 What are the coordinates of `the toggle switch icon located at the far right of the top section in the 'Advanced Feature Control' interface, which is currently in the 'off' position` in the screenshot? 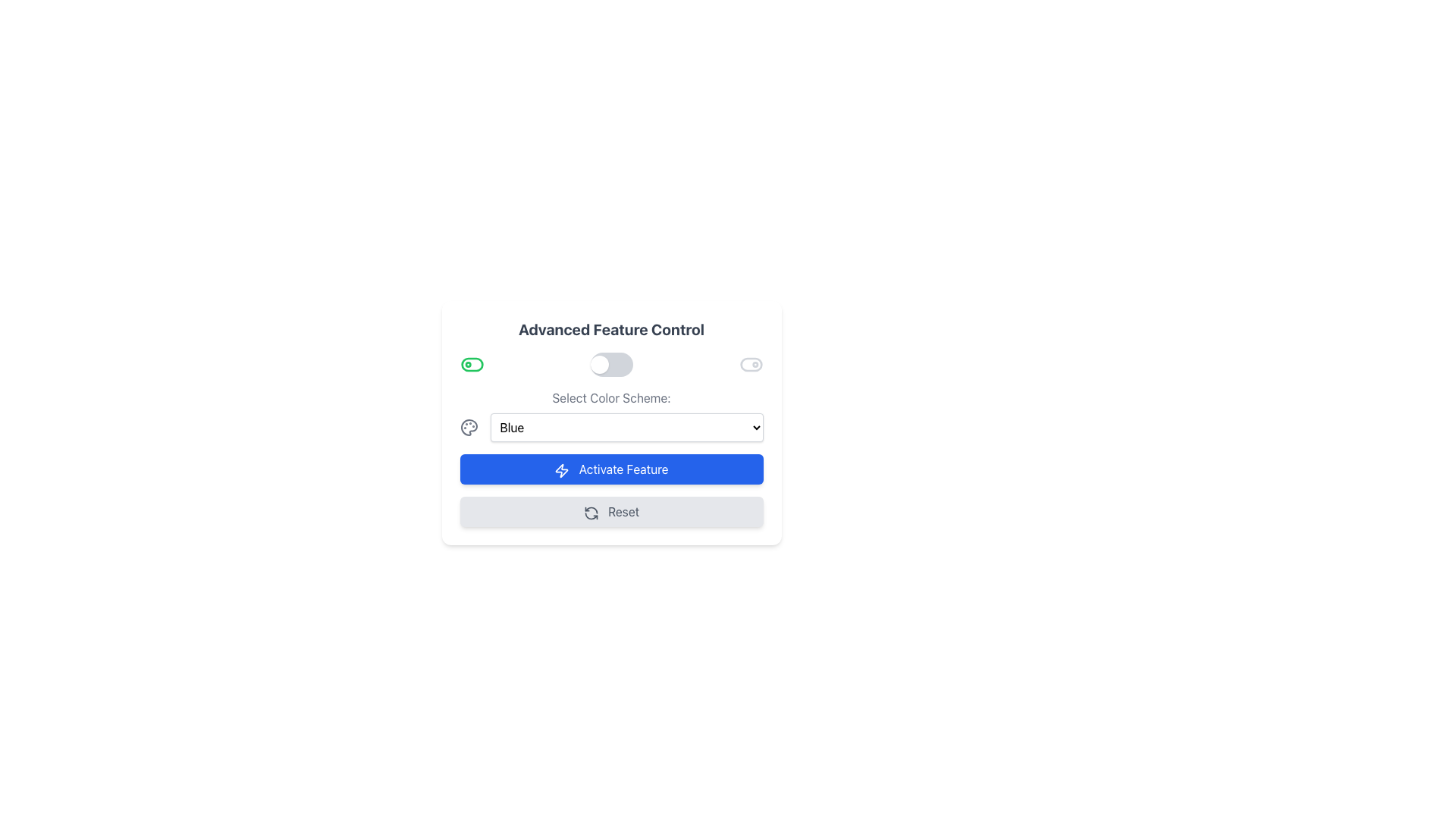 It's located at (751, 365).